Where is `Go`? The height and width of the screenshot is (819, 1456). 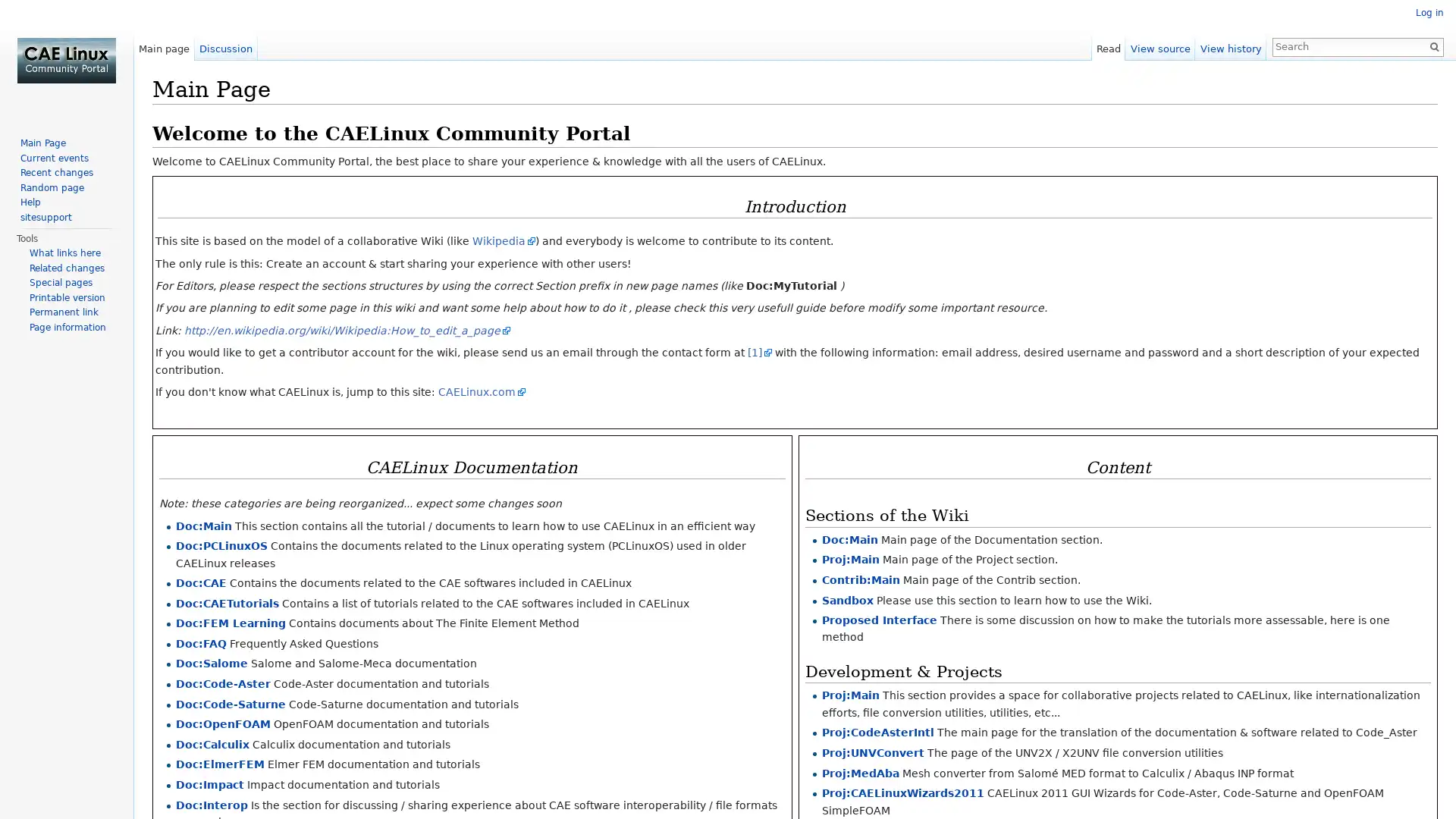 Go is located at coordinates (1433, 45).